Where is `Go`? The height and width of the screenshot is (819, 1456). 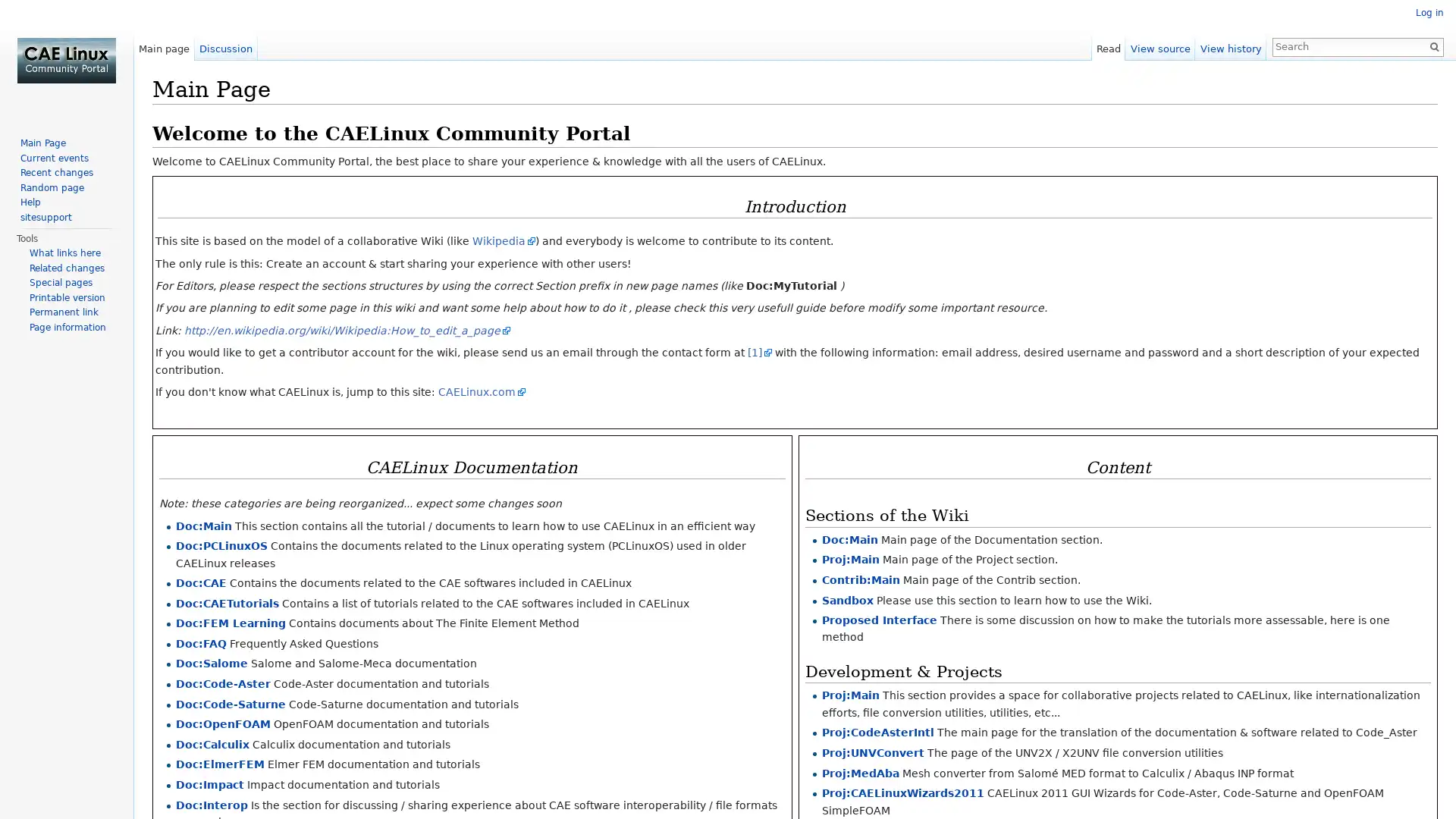 Go is located at coordinates (1433, 45).